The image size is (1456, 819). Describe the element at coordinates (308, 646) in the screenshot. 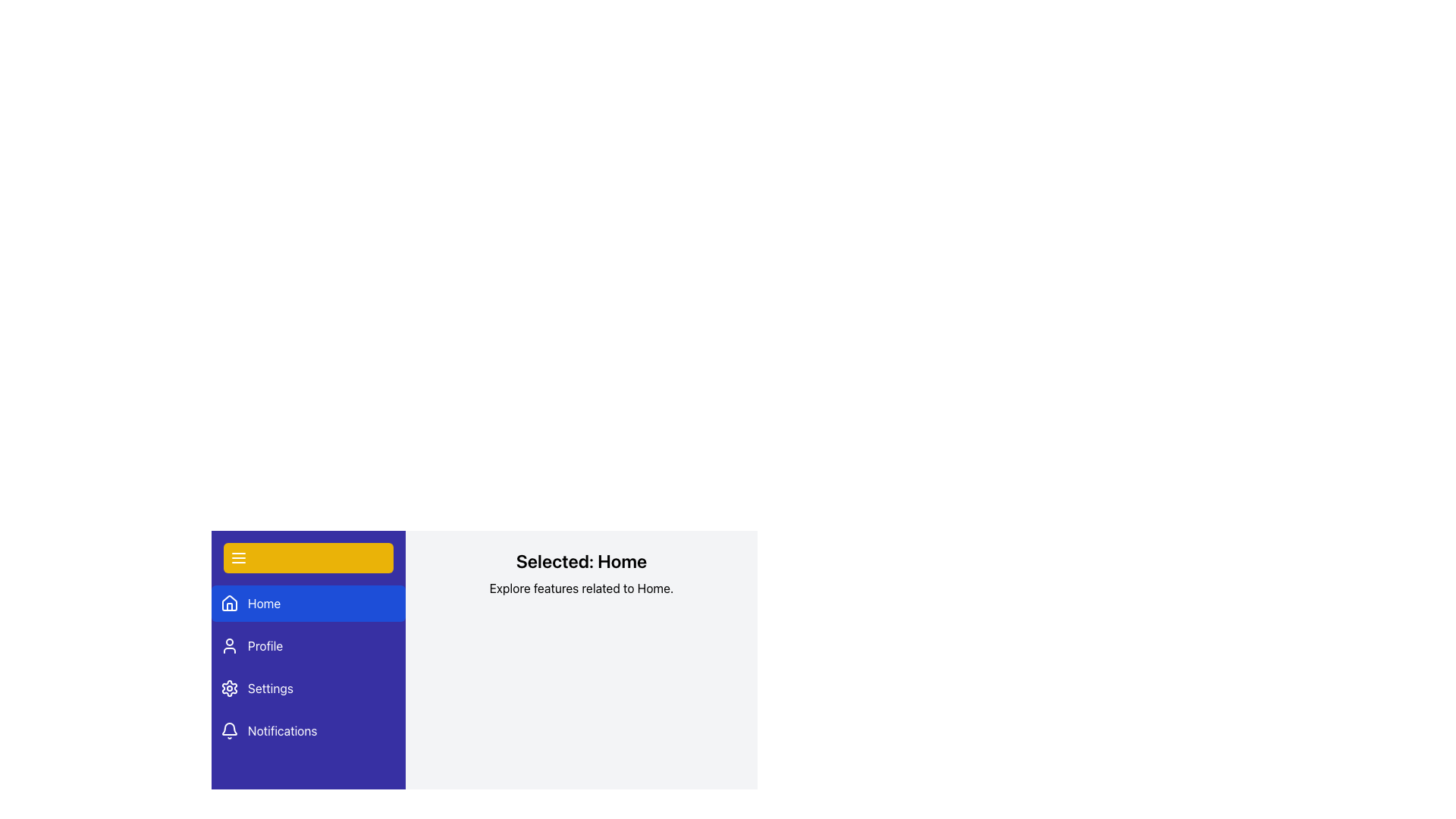

I see `the second button in the vertical navigation list on the left side of the interface` at that location.